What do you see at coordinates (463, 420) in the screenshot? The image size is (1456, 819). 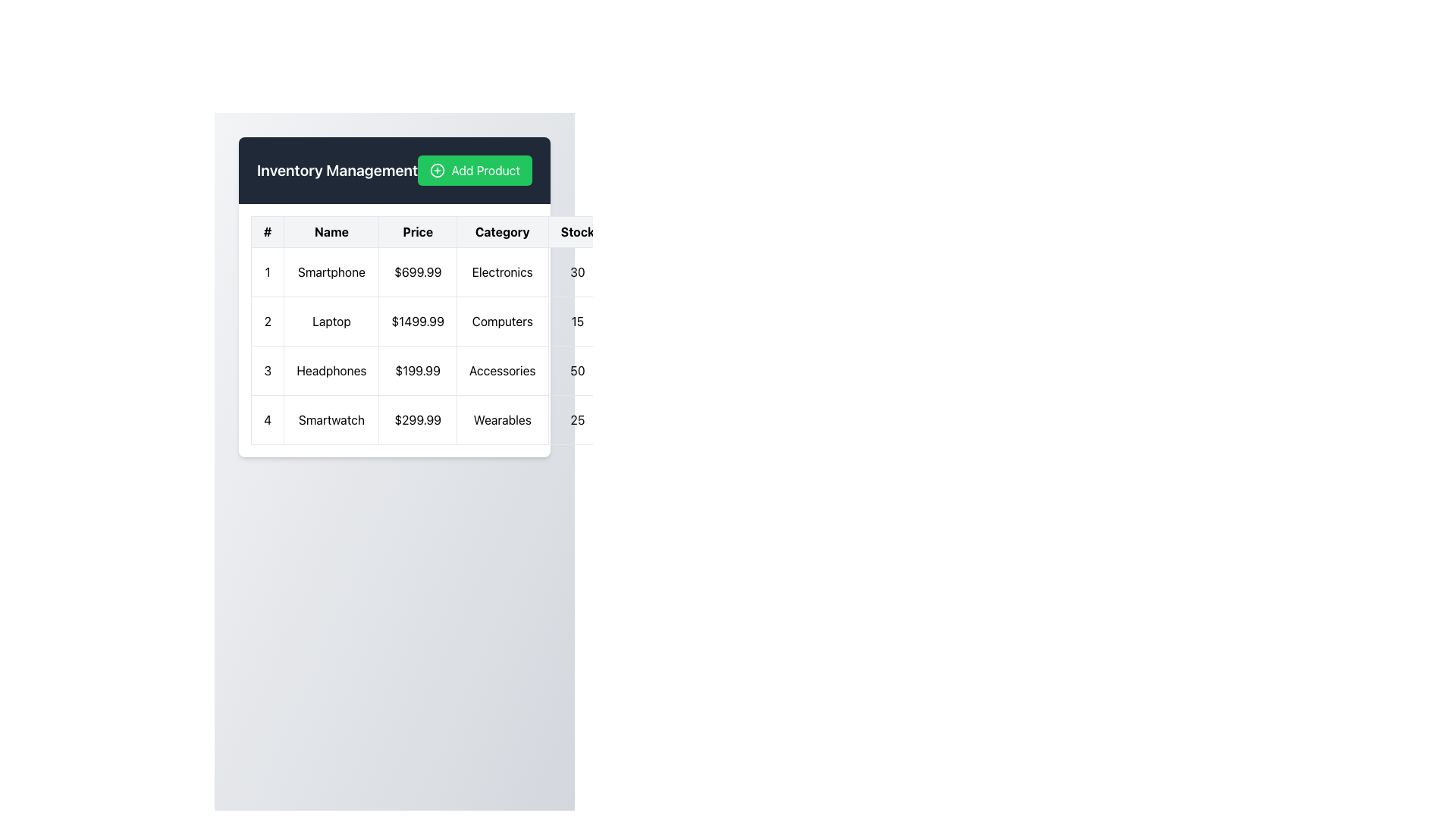 I see `the fourth row in the data table that presents information about a specific product, located below the rows for Smartphone, Laptop, and Headphones` at bounding box center [463, 420].